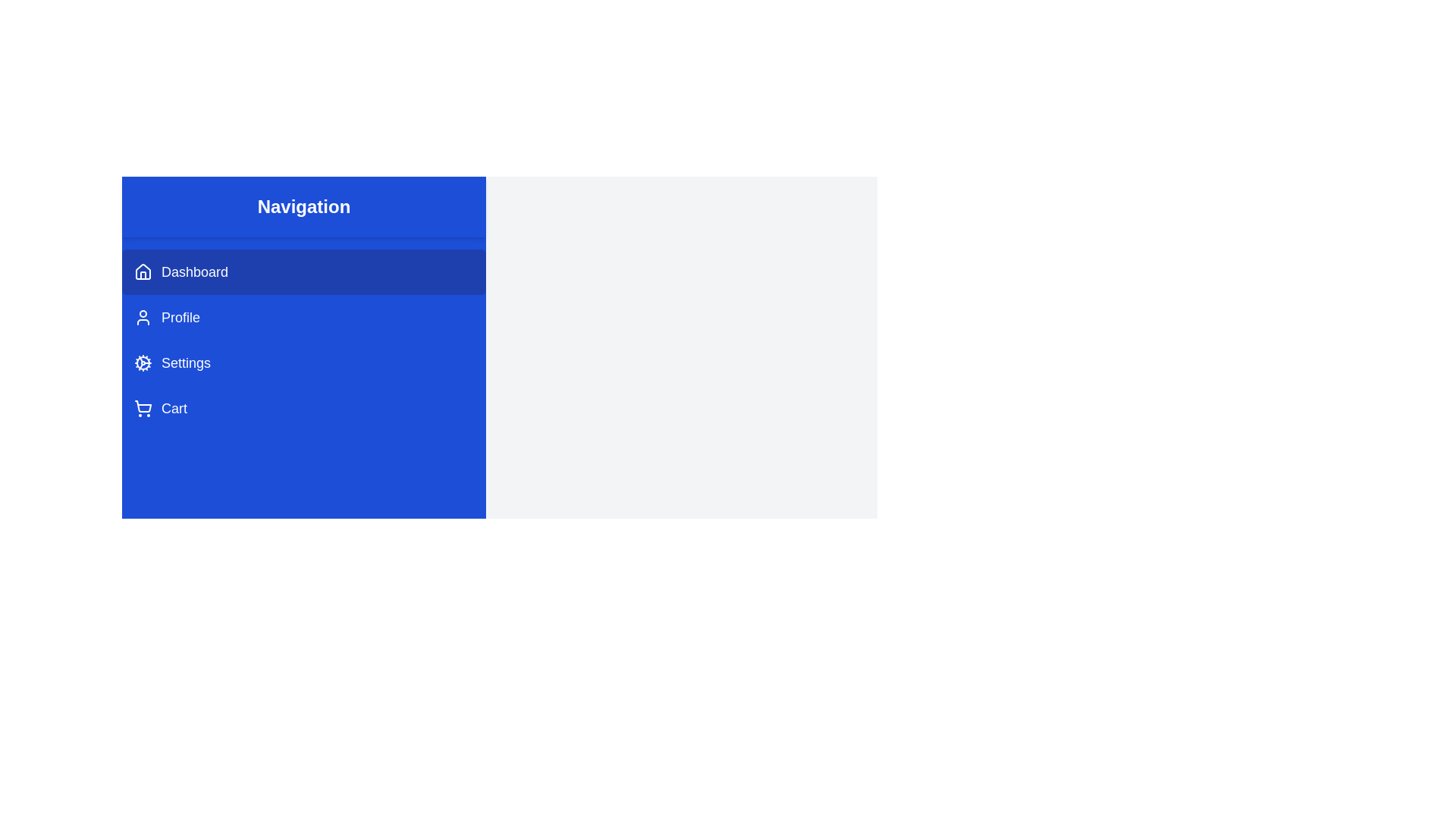  Describe the element at coordinates (143, 406) in the screenshot. I see `the stylized shopping cart icon located at the bottom of the navigation menu on the left side of the interface` at that location.